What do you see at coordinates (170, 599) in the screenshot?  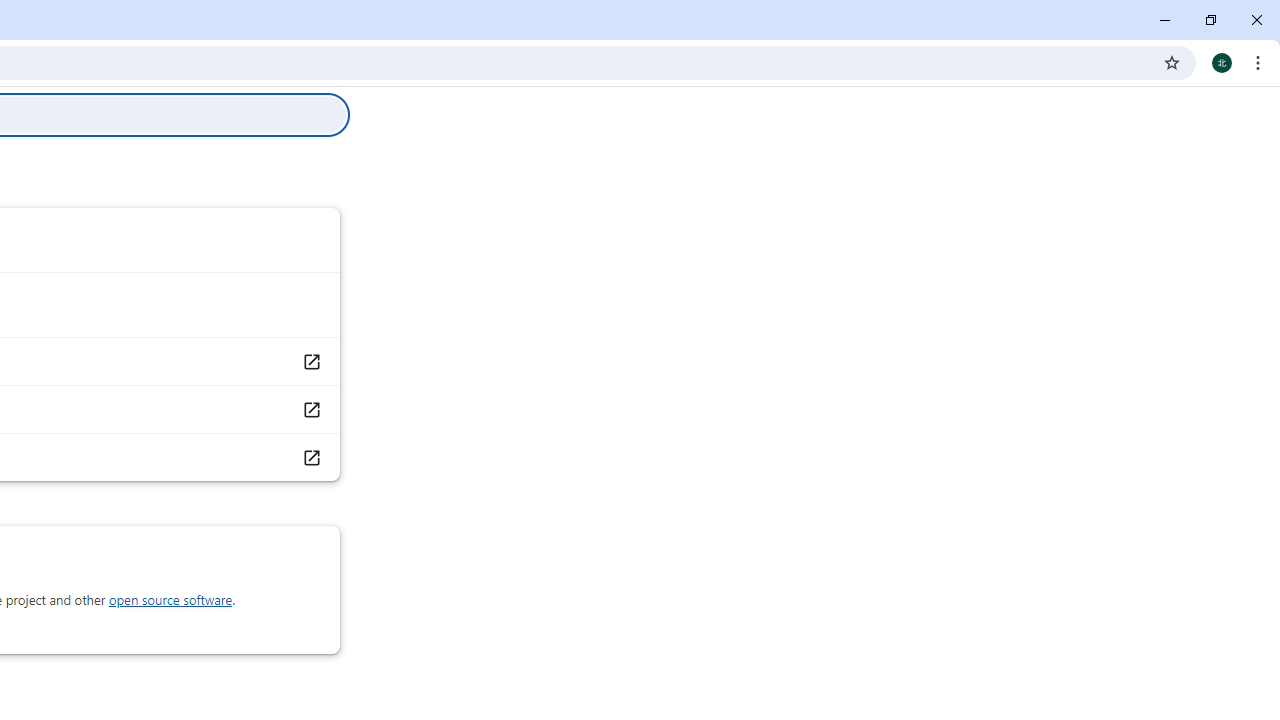 I see `'open source software'` at bounding box center [170, 599].